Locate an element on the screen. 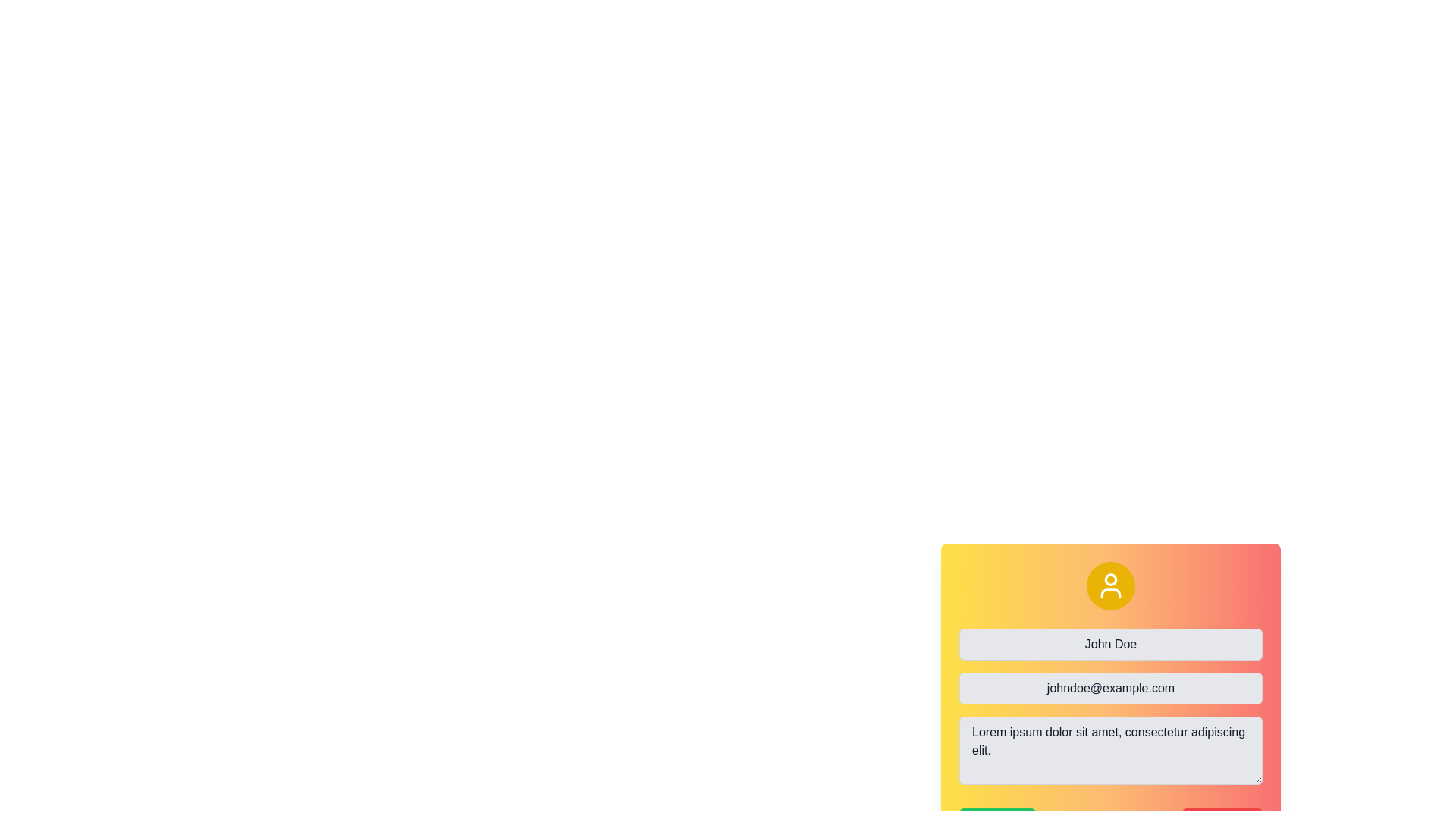  the email input field styled with a light gray background and rounded border, containing the email value 'johndoe@example.com' is located at coordinates (1110, 688).